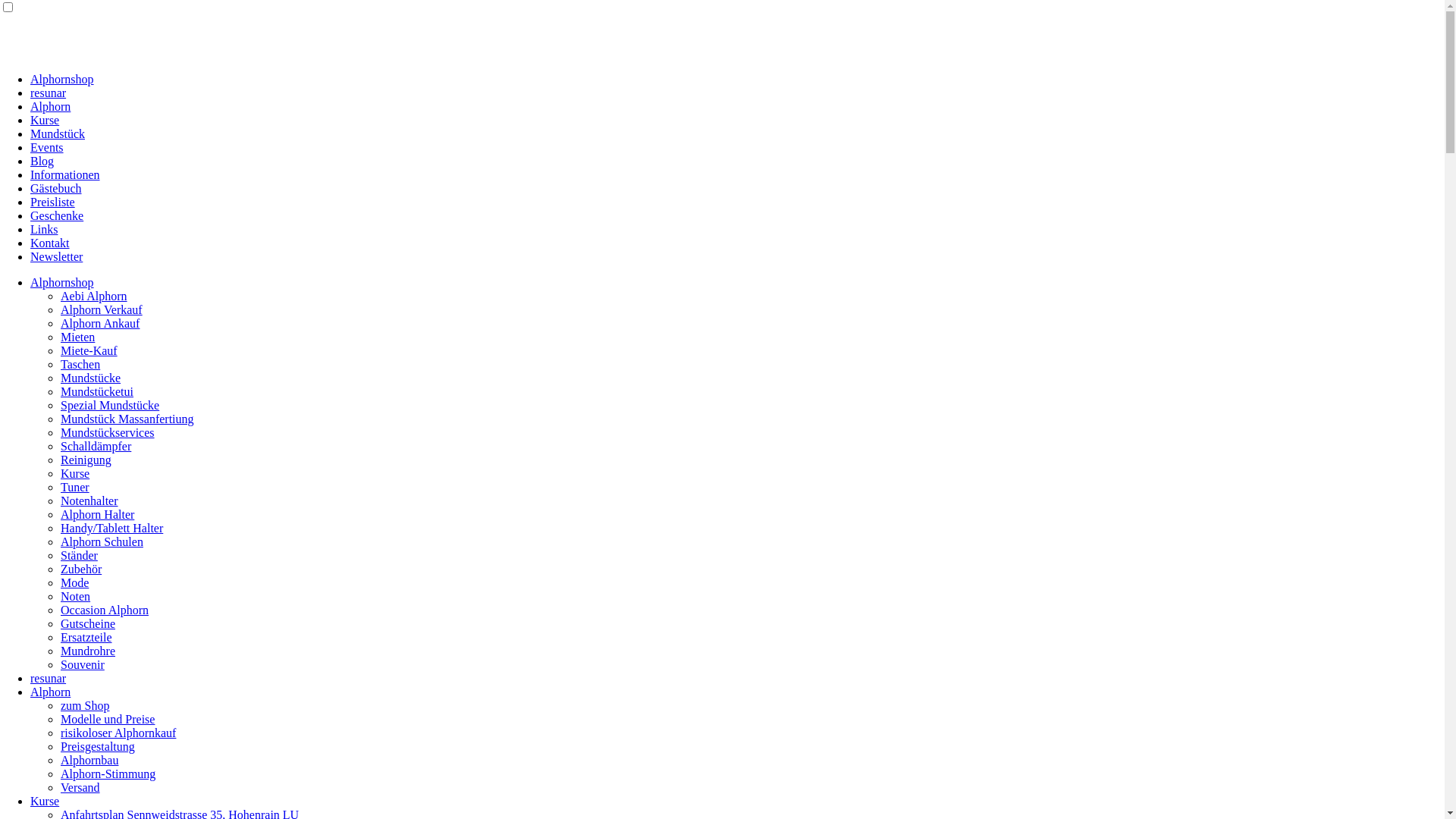 Image resolution: width=1456 pixels, height=819 pixels. I want to click on 'Versand', so click(79, 786).